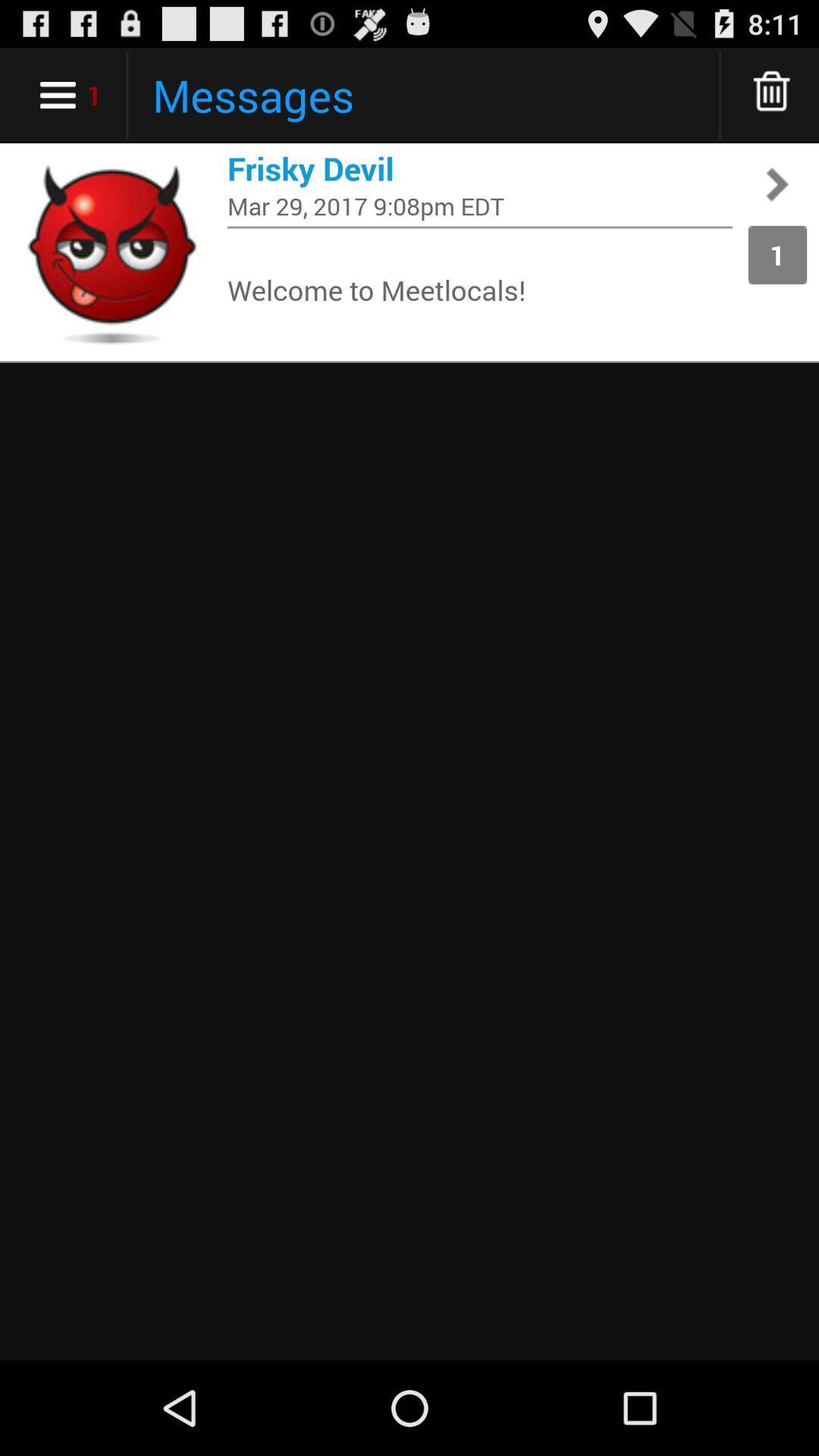 Image resolution: width=819 pixels, height=1456 pixels. What do you see at coordinates (772, 94) in the screenshot?
I see `the icon above the frisky devil` at bounding box center [772, 94].